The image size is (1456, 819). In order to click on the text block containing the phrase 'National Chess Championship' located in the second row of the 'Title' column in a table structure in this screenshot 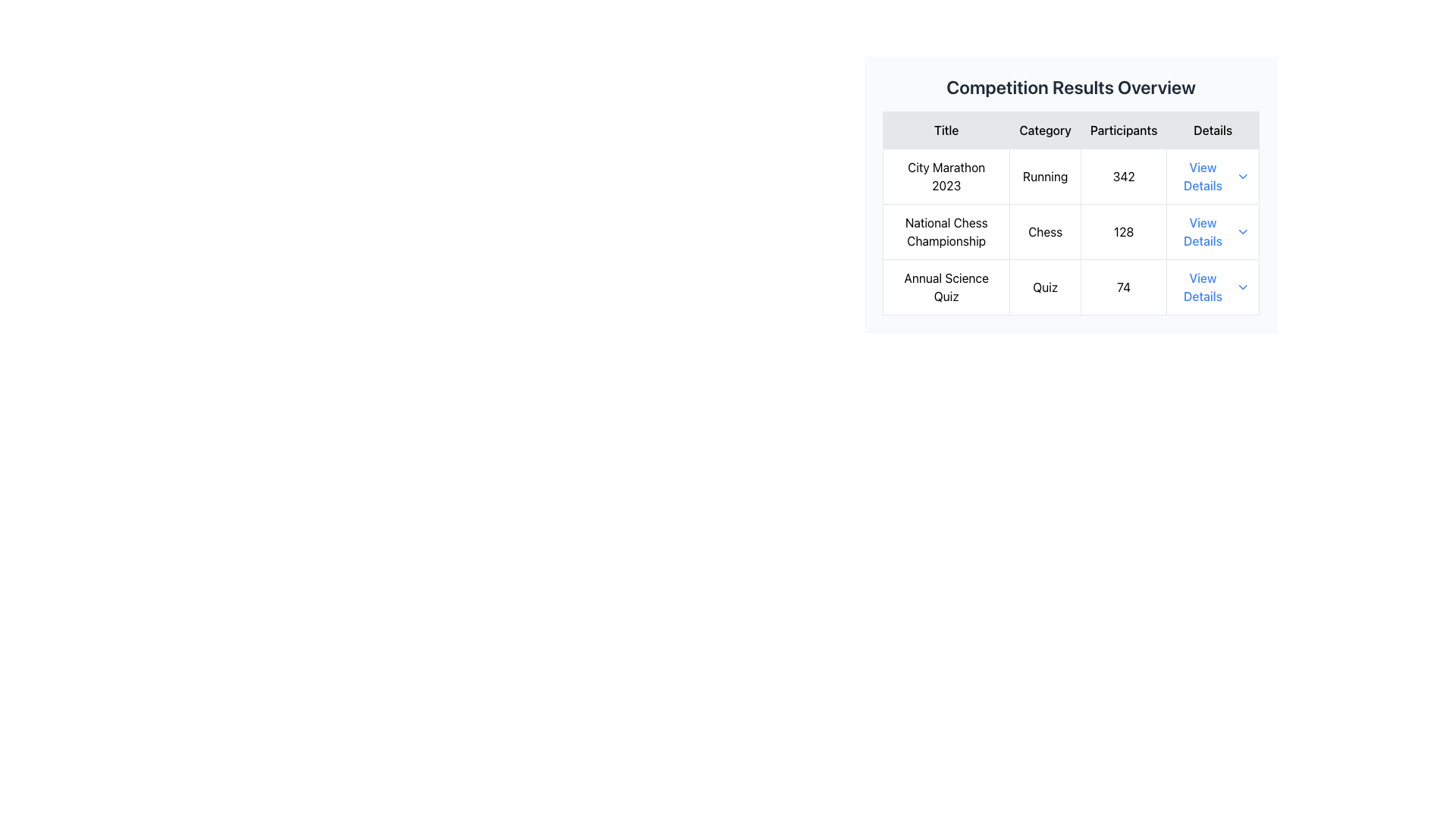, I will do `click(946, 231)`.